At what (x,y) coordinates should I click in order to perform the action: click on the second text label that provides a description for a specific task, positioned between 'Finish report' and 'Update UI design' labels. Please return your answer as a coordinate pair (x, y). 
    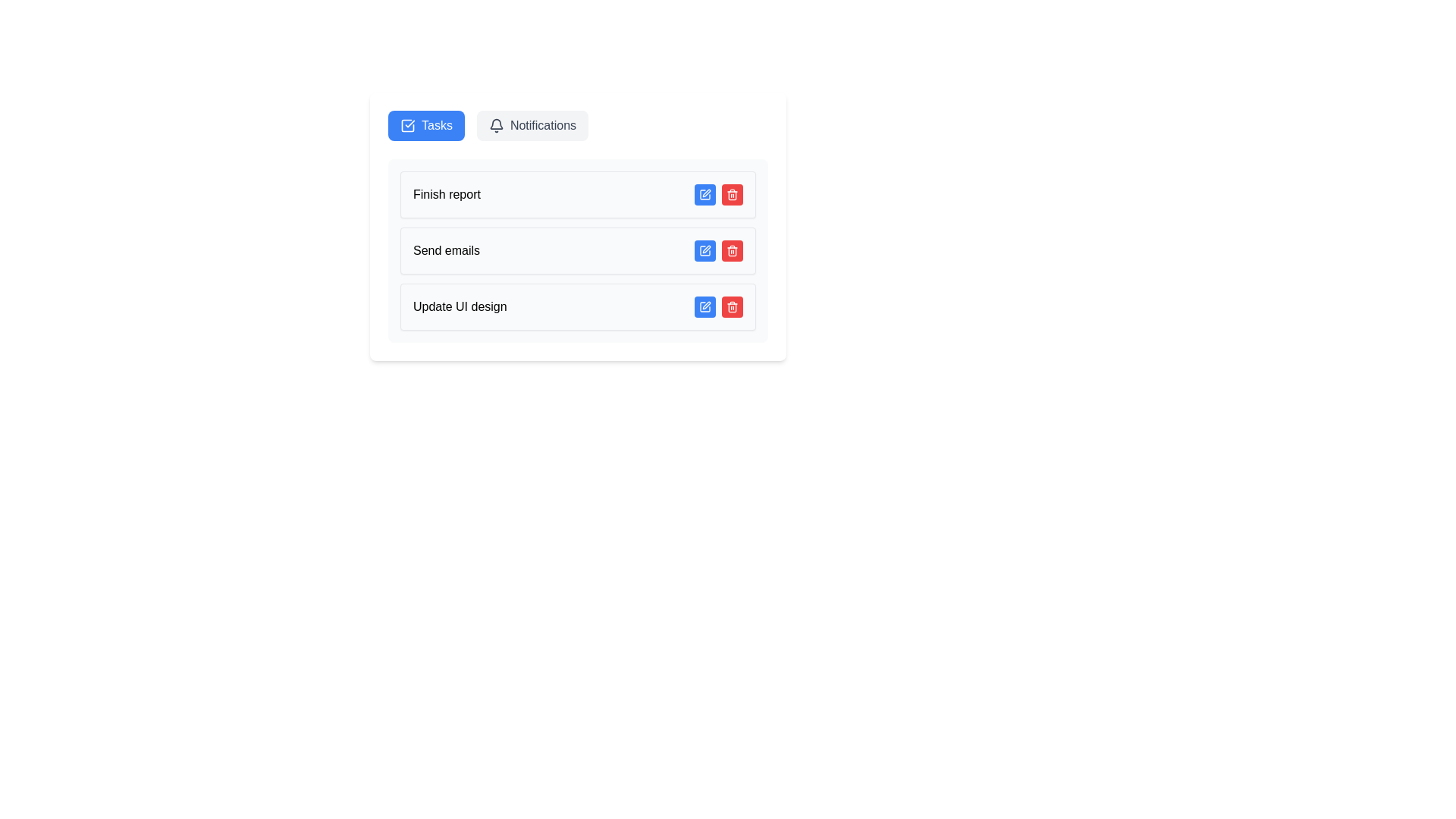
    Looking at the image, I should click on (446, 250).